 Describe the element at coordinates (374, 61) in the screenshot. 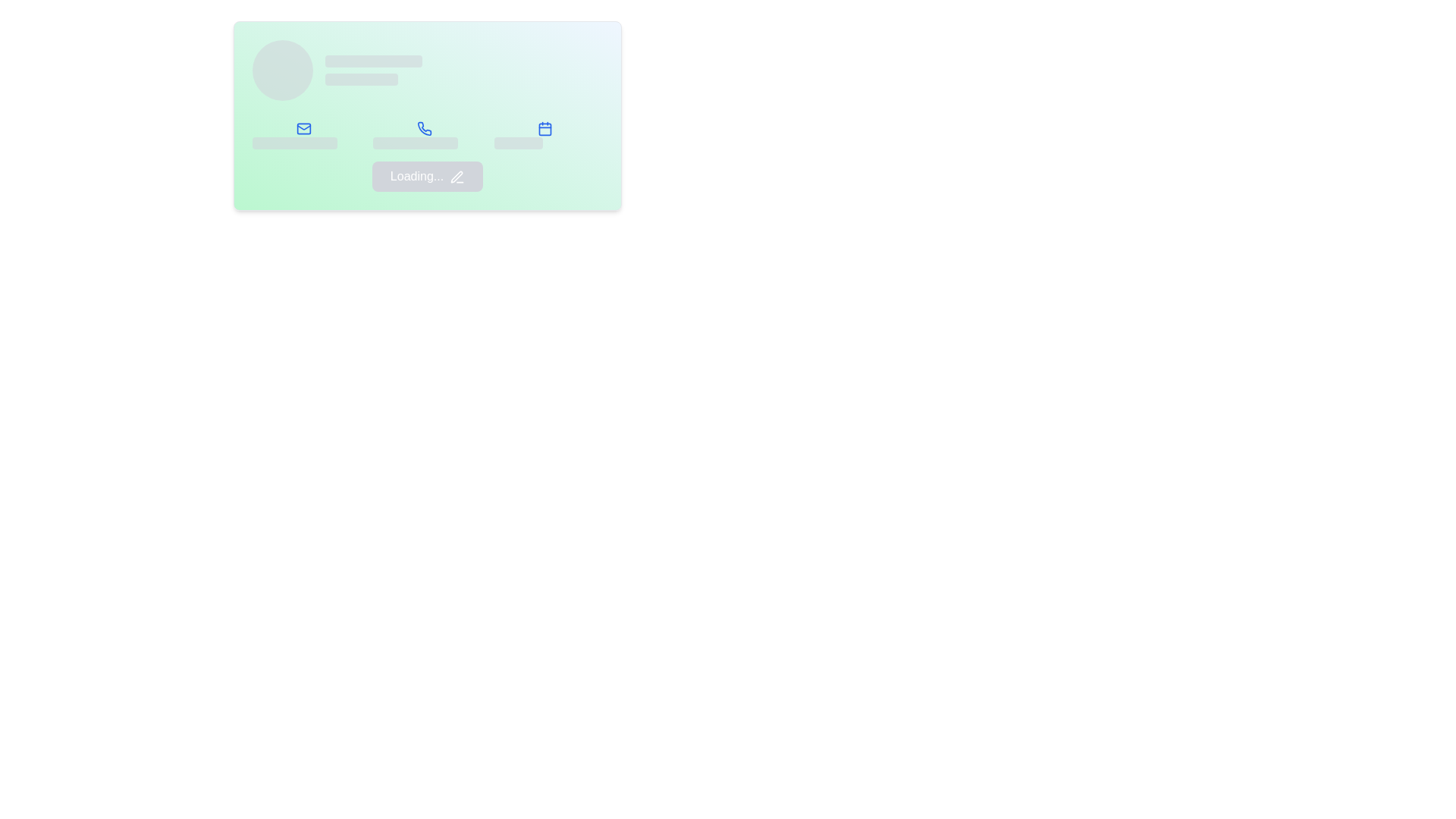

I see `the Loading placeholder located at the top-left section of the interface, indicating a loading state, positioned above another similar placeholder` at that location.